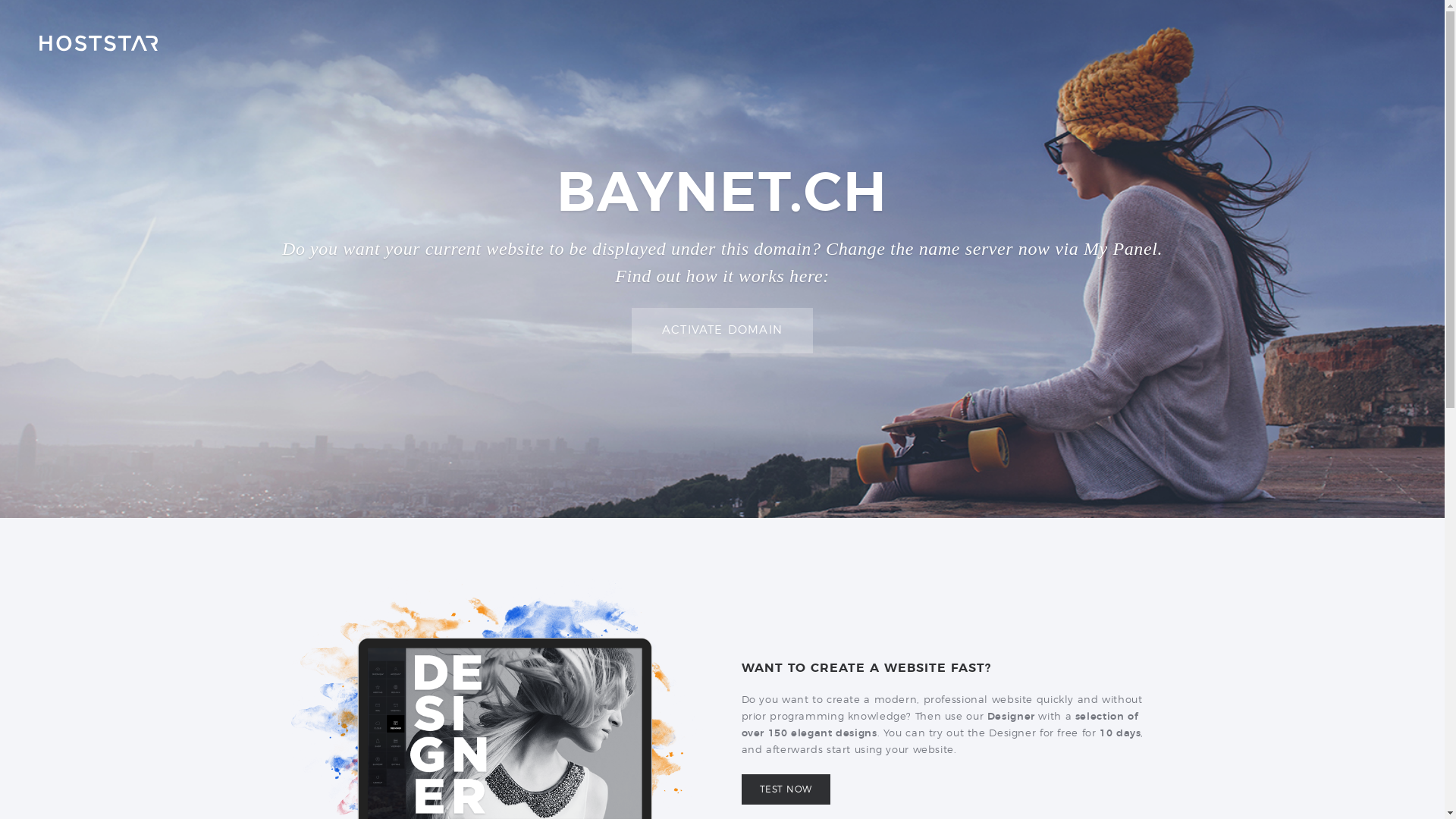  What do you see at coordinates (786, 789) in the screenshot?
I see `'TEST NOW'` at bounding box center [786, 789].